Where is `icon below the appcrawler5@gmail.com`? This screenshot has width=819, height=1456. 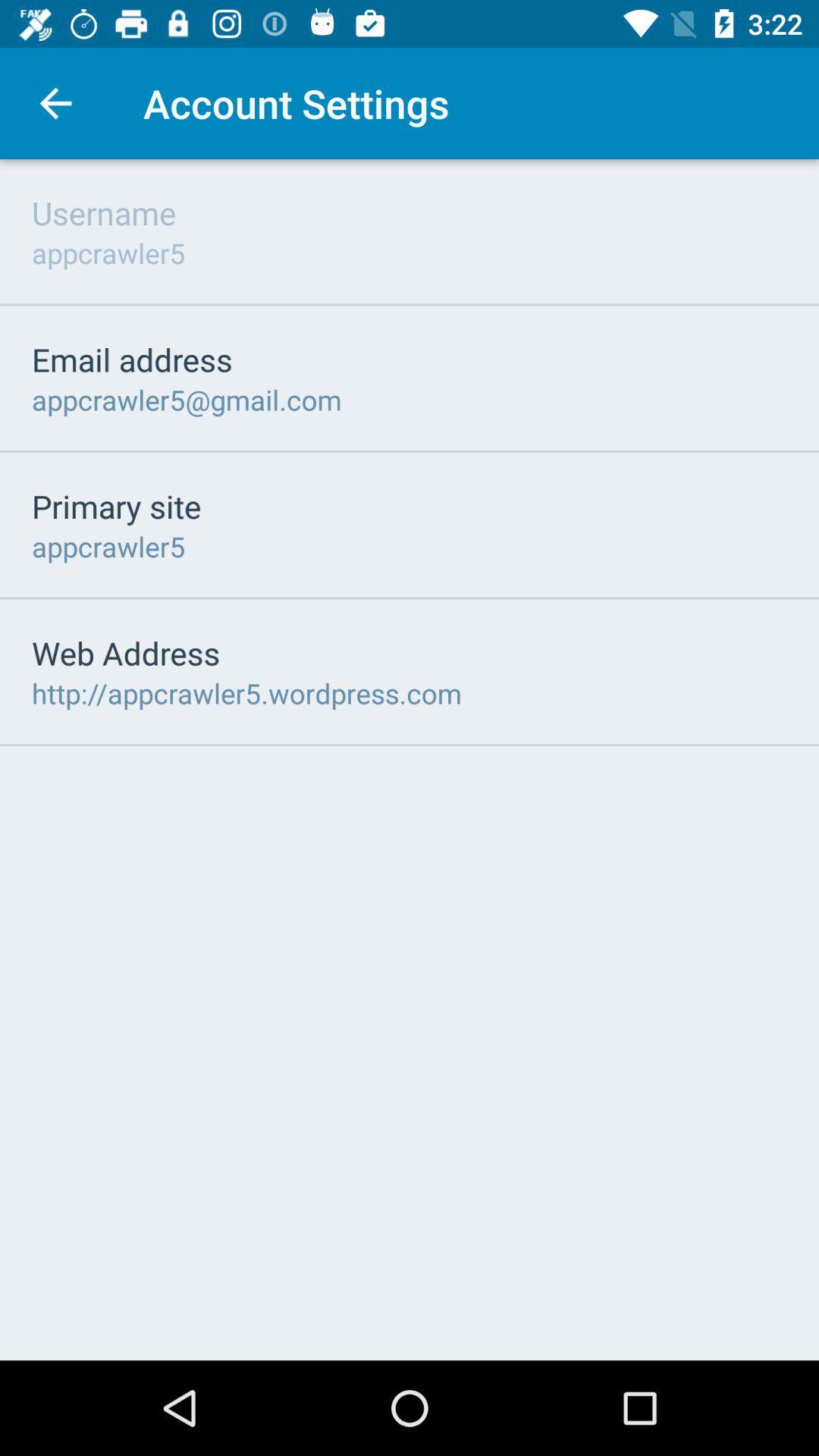 icon below the appcrawler5@gmail.com is located at coordinates (115, 506).